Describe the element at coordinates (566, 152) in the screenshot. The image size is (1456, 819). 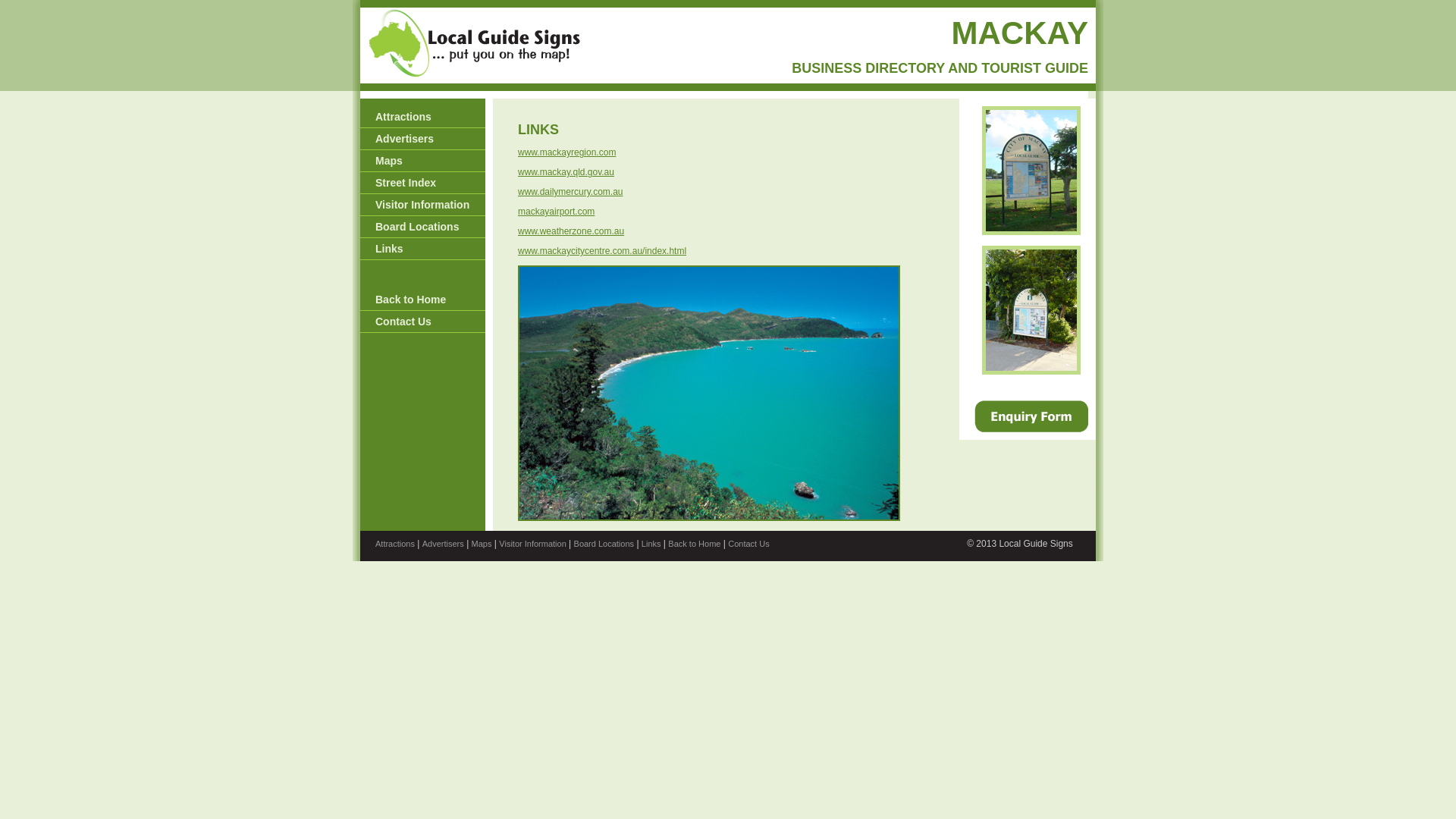
I see `'www.mackayregion.com'` at that location.